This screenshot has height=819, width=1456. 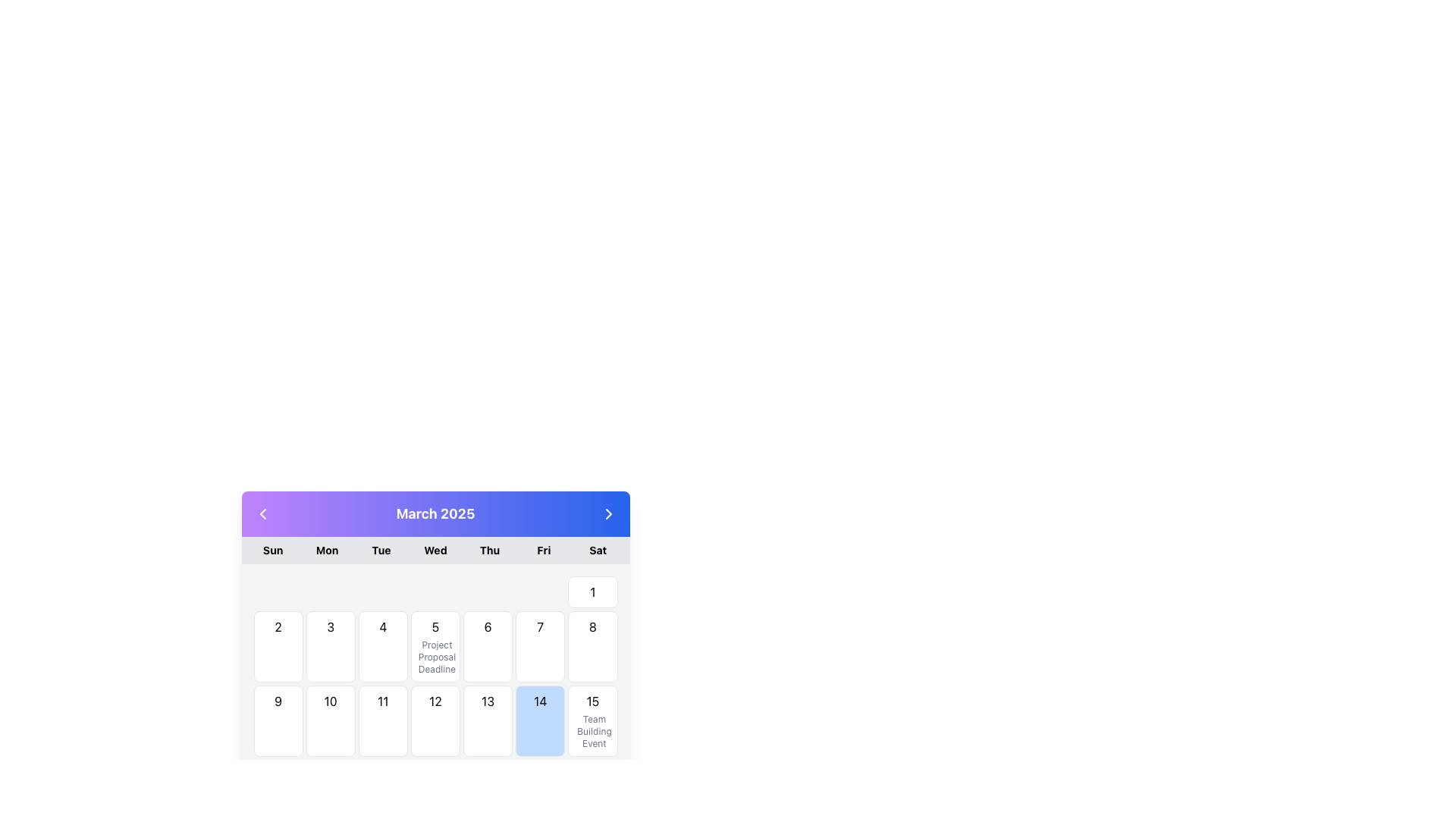 What do you see at coordinates (488, 591) in the screenshot?
I see `the circular marker above the date number '6' in the calendar interface` at bounding box center [488, 591].